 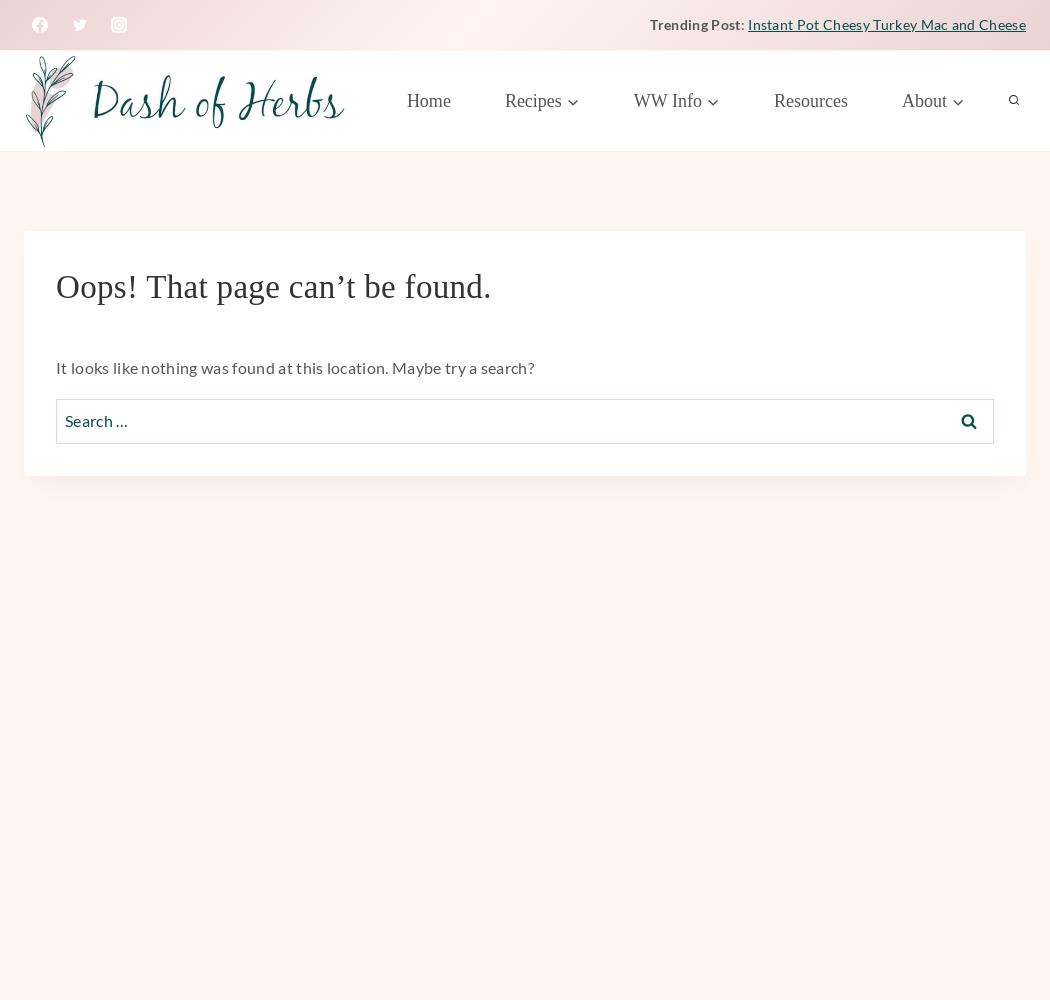 What do you see at coordinates (54, 287) in the screenshot?
I see `'Oops! That page can’t be found.'` at bounding box center [54, 287].